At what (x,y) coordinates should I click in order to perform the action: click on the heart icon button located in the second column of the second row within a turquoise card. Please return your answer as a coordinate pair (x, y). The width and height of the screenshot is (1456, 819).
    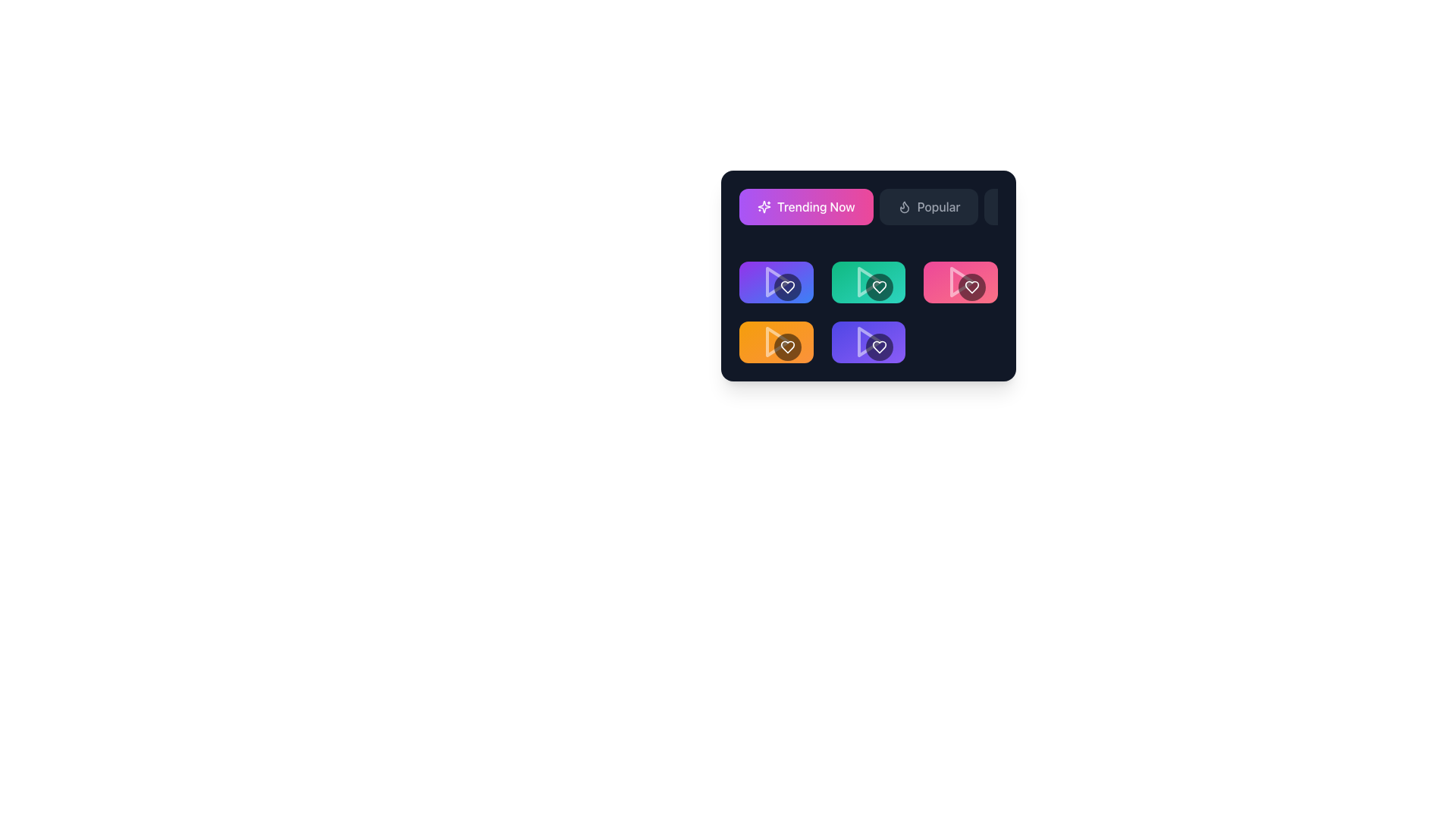
    Looking at the image, I should click on (880, 287).